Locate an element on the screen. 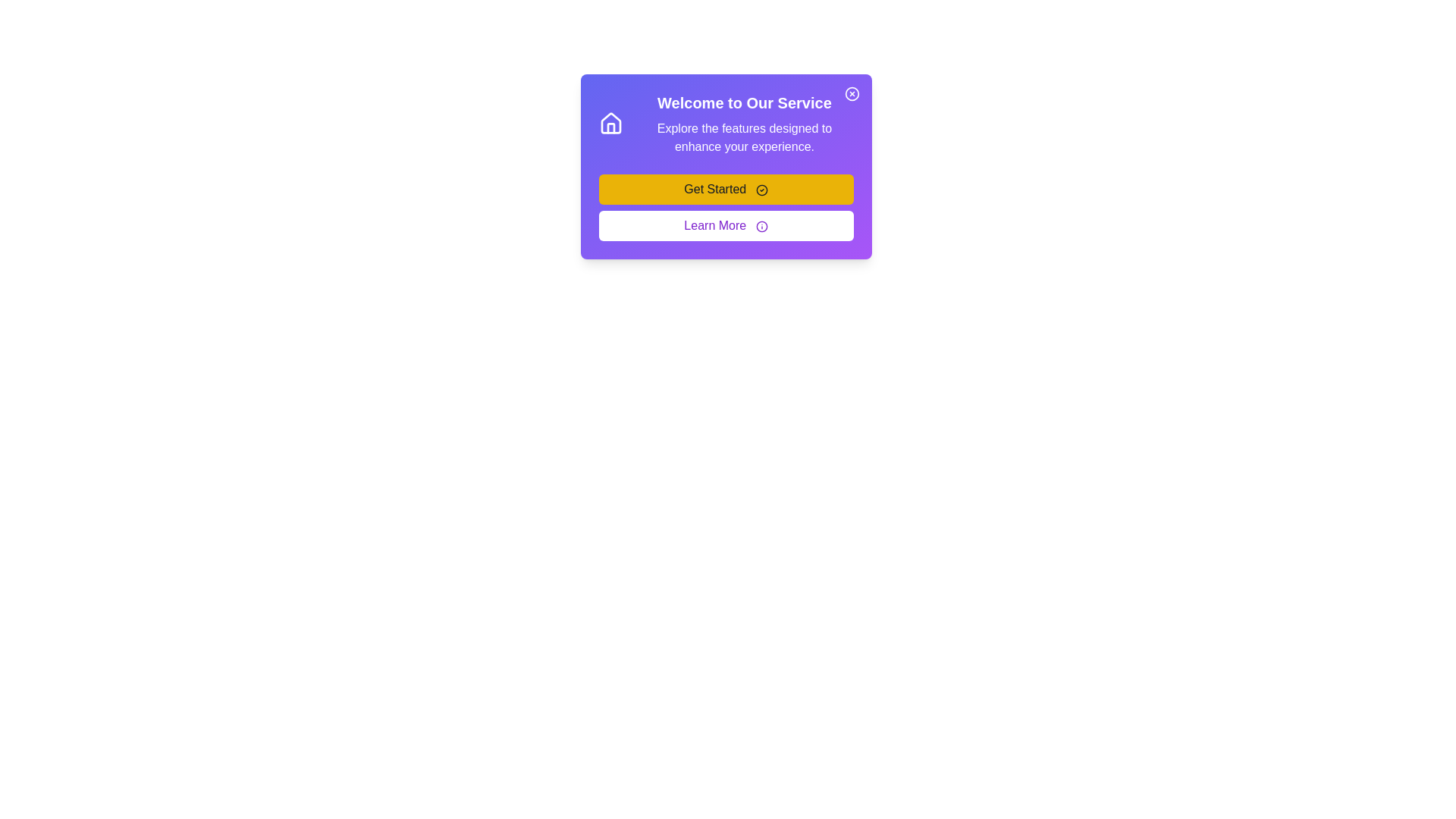 The image size is (1456, 819). the house icon with white strokes on a purple background, located at the top left of the welcome message box is located at coordinates (611, 124).